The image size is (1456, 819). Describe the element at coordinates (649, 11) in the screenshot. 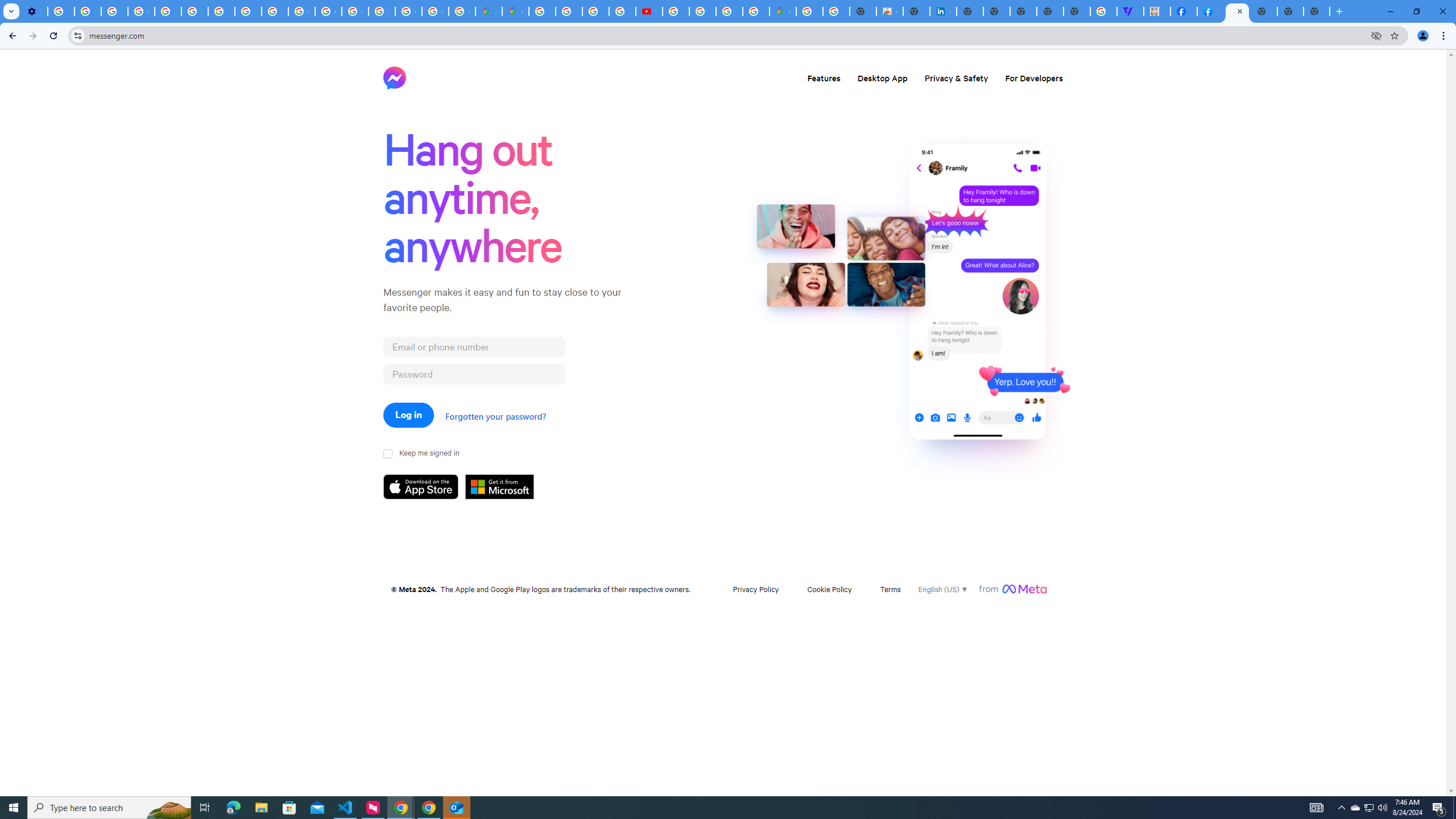

I see `'Subscriptions - YouTube'` at that location.